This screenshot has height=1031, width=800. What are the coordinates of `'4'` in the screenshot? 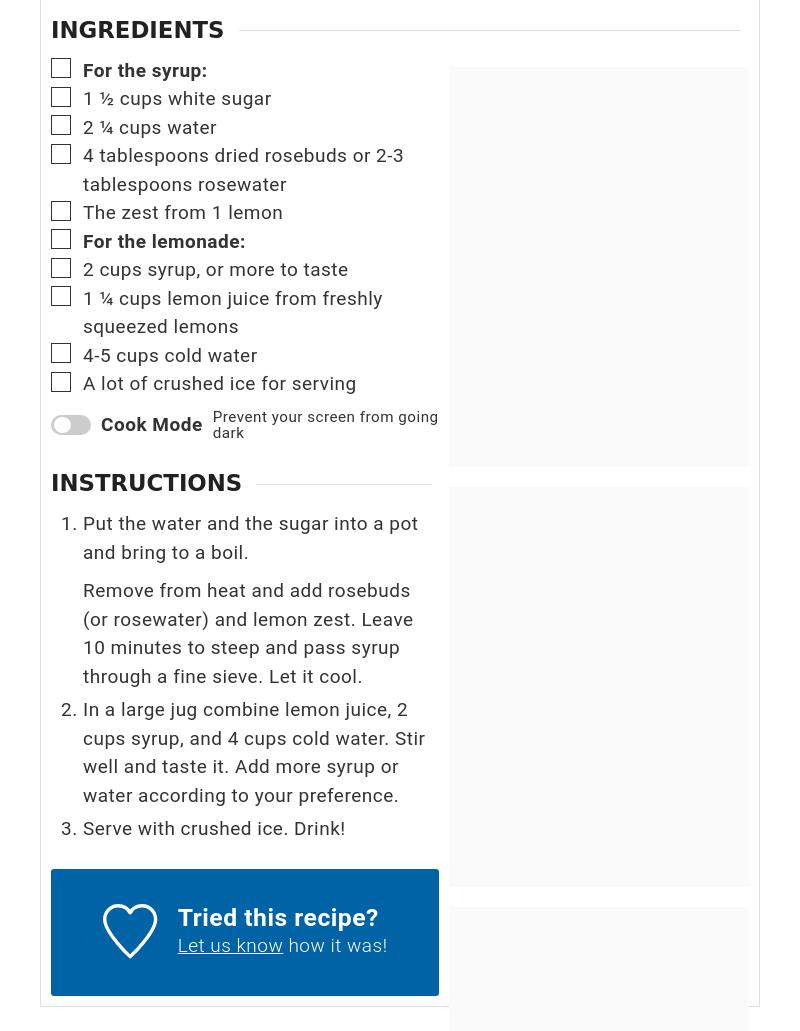 It's located at (82, 154).